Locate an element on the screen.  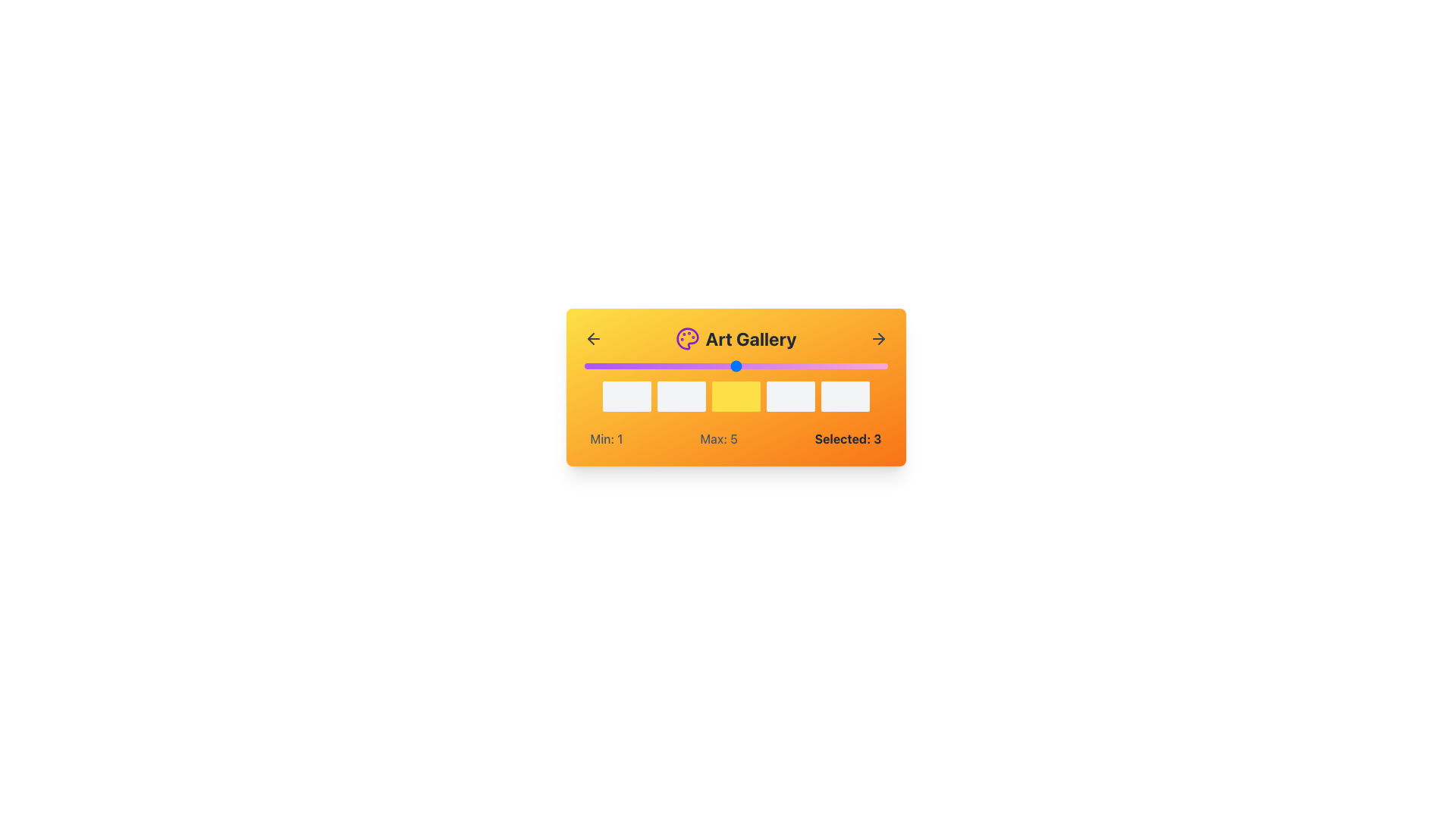
the navigation button located at the far right of the header bar is located at coordinates (878, 338).